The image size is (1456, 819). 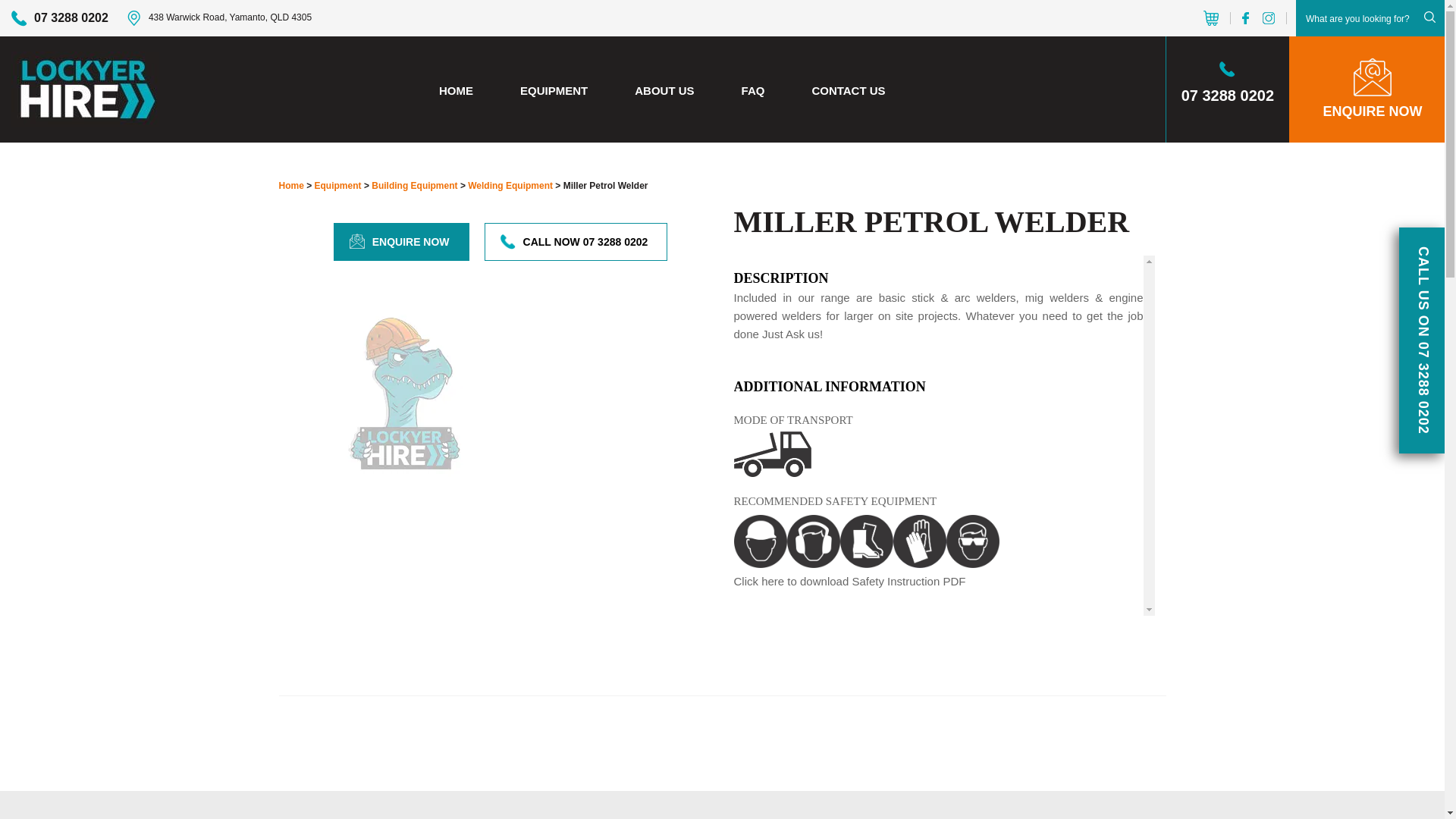 I want to click on 'CONTACT US', so click(x=810, y=90).